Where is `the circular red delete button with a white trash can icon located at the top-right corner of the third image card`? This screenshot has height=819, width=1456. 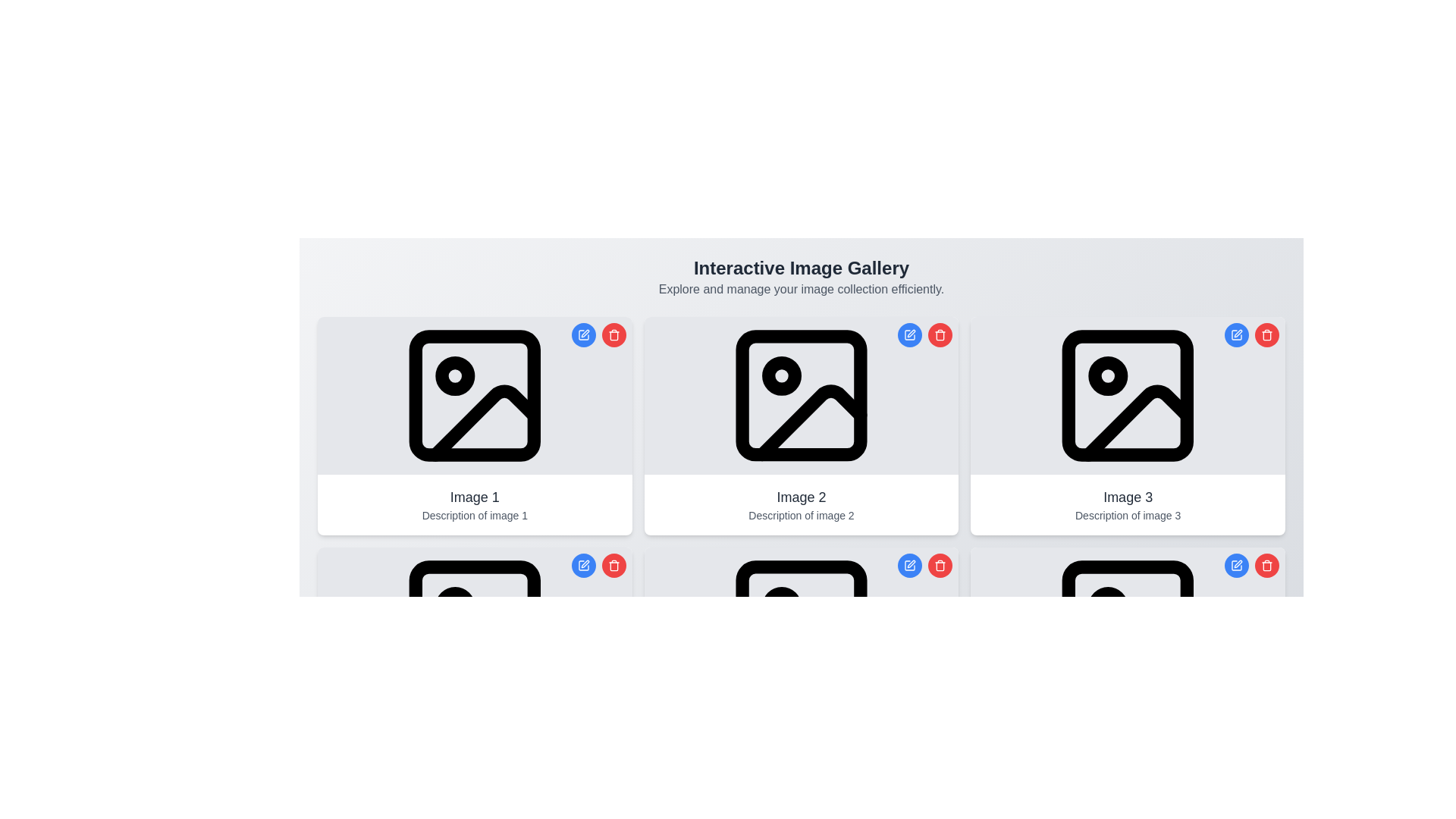 the circular red delete button with a white trash can icon located at the top-right corner of the third image card is located at coordinates (613, 565).